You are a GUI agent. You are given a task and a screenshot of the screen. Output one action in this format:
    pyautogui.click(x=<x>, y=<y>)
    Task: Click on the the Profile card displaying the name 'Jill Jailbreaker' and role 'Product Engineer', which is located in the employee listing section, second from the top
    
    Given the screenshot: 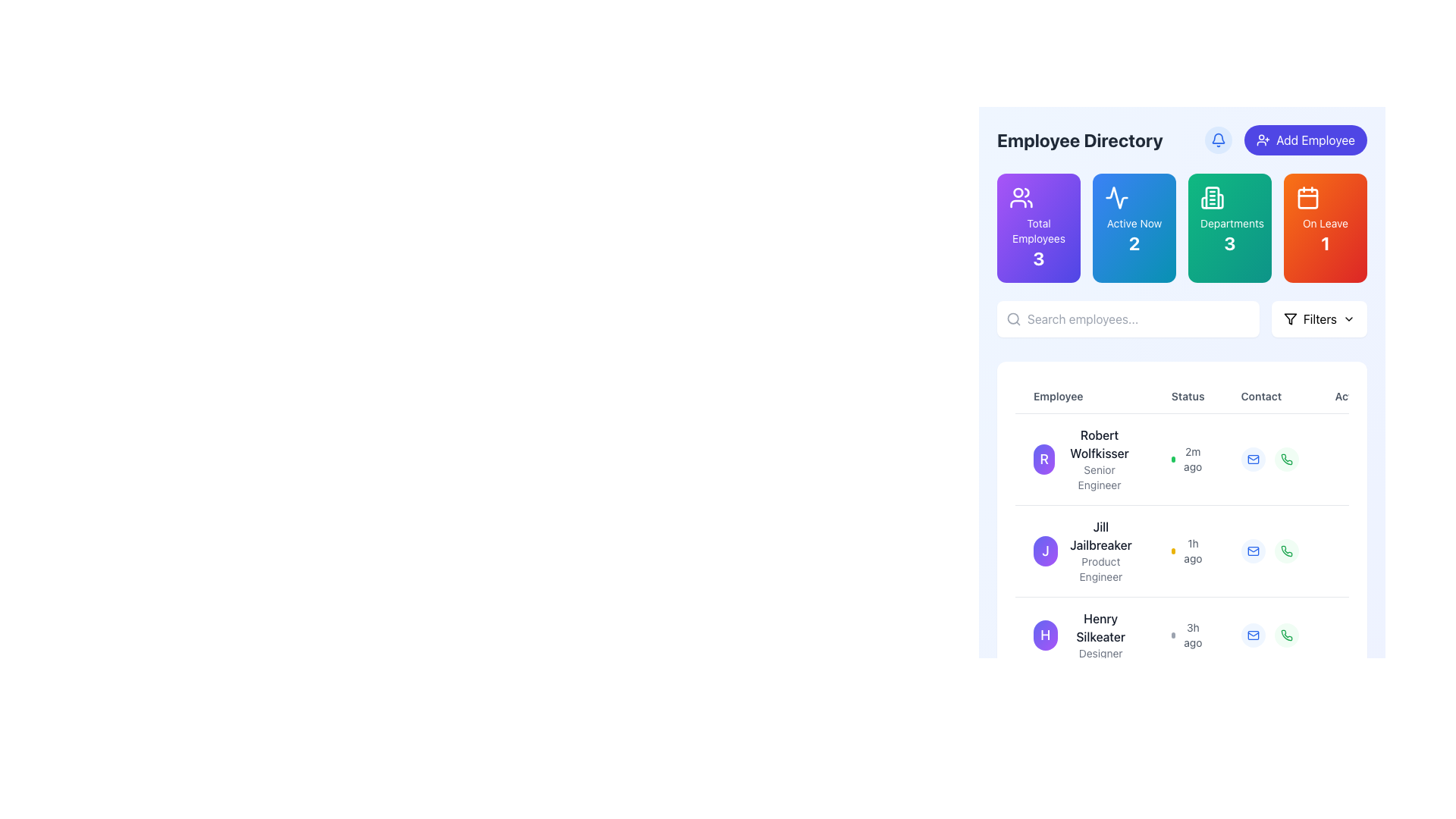 What is the action you would take?
    pyautogui.click(x=1083, y=551)
    